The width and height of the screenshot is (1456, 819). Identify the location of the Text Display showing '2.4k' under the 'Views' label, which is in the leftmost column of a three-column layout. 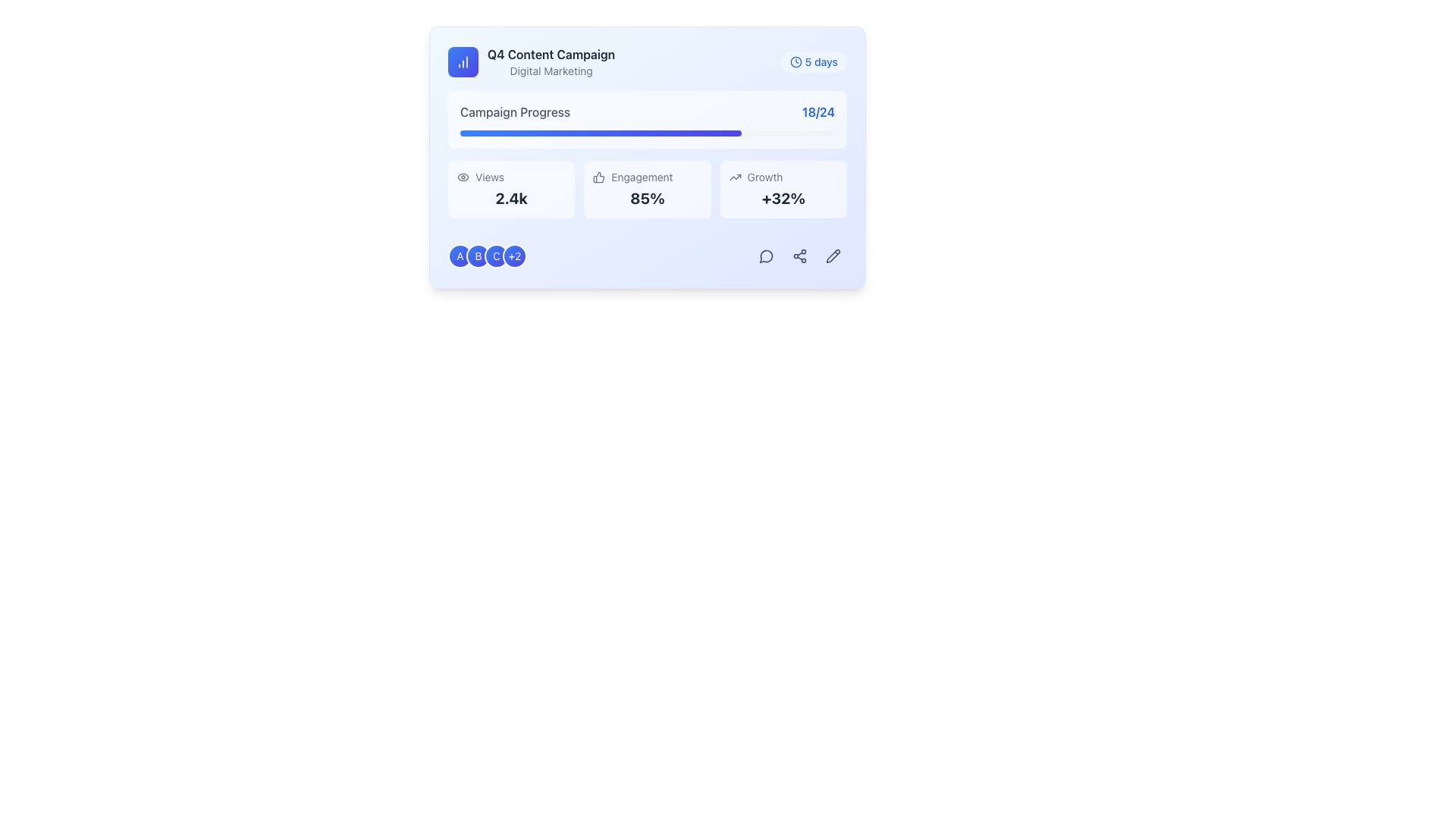
(511, 197).